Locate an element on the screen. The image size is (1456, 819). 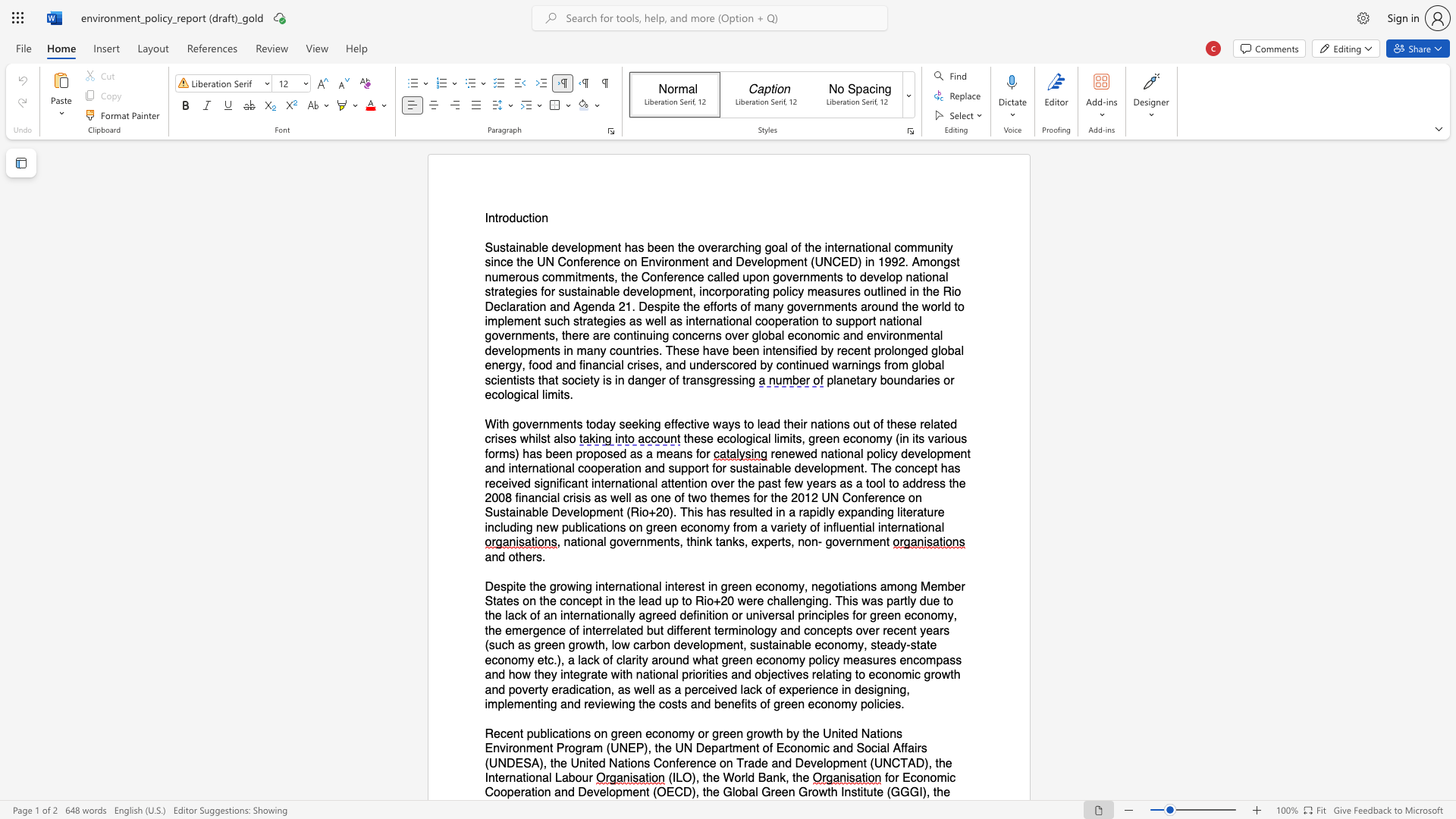
the subset text "pt has rece" within the text "renewed national policy development and international cooperation and support for sustainable development. The concept has received significant international attention over the past few years as a tool to address the 2008" is located at coordinates (927, 468).